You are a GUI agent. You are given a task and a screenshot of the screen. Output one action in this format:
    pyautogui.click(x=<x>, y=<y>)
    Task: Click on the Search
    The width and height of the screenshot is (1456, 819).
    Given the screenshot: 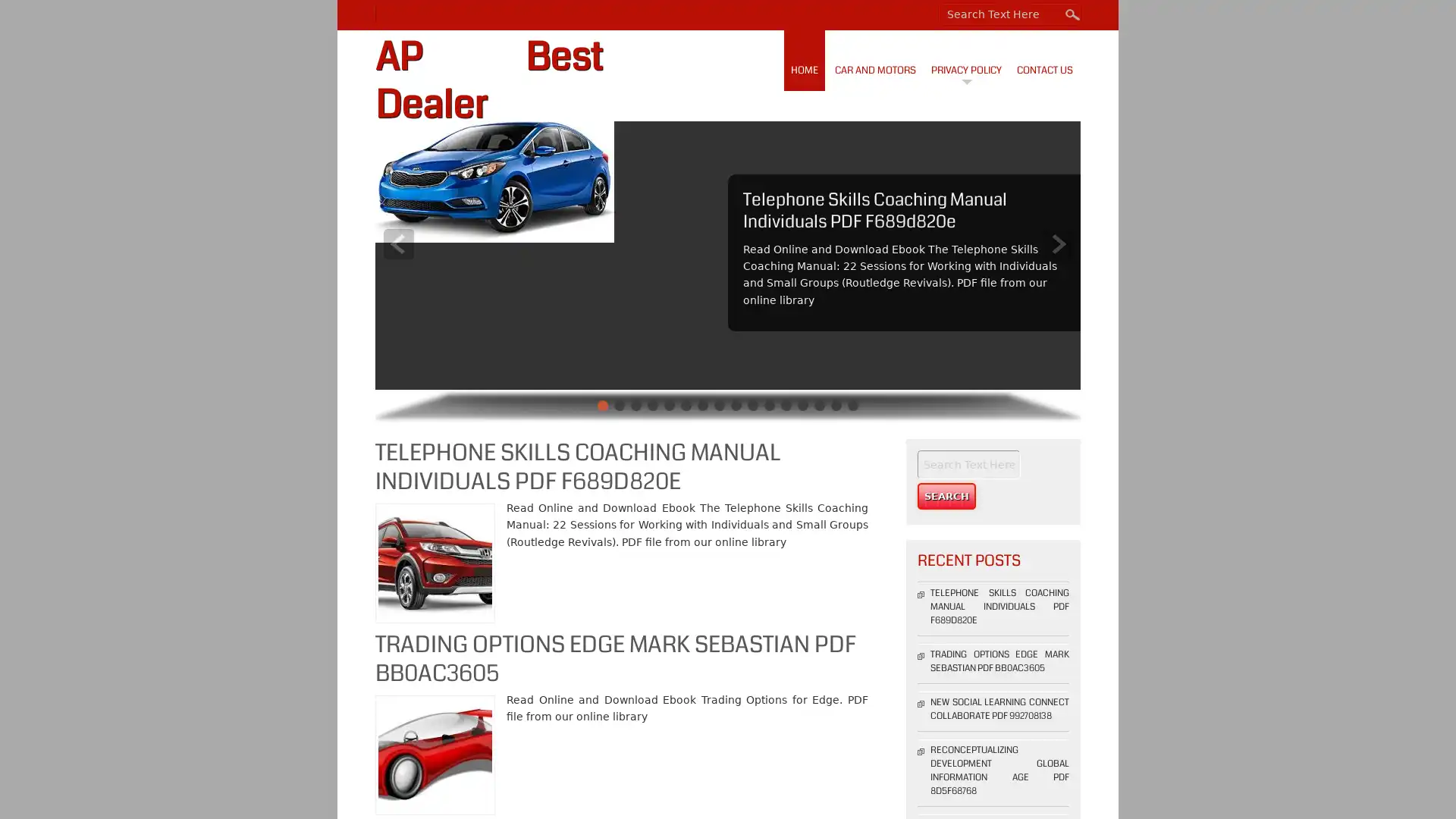 What is the action you would take?
    pyautogui.click(x=946, y=496)
    